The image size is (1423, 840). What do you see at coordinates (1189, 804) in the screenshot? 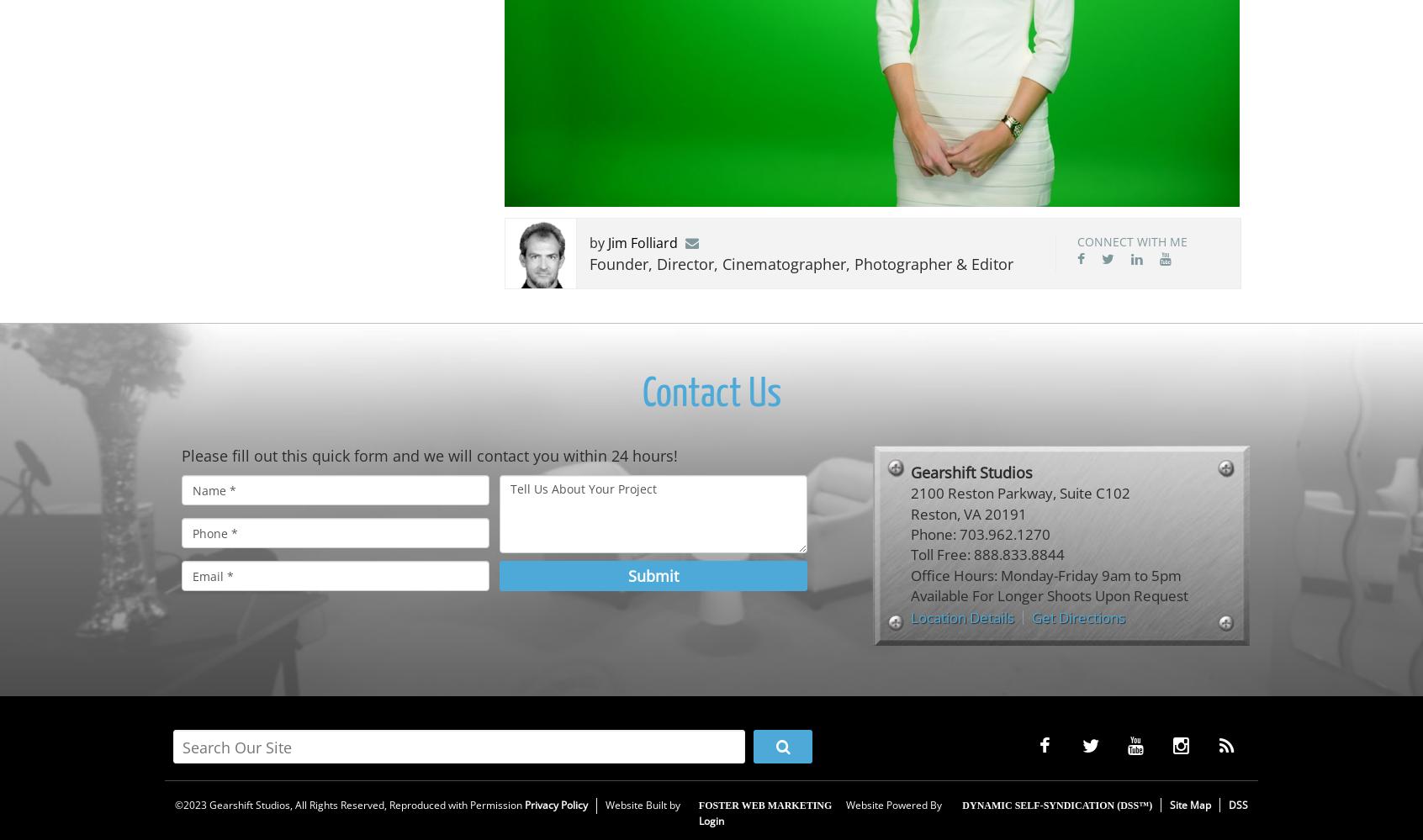
I see `'Site Map'` at bounding box center [1189, 804].